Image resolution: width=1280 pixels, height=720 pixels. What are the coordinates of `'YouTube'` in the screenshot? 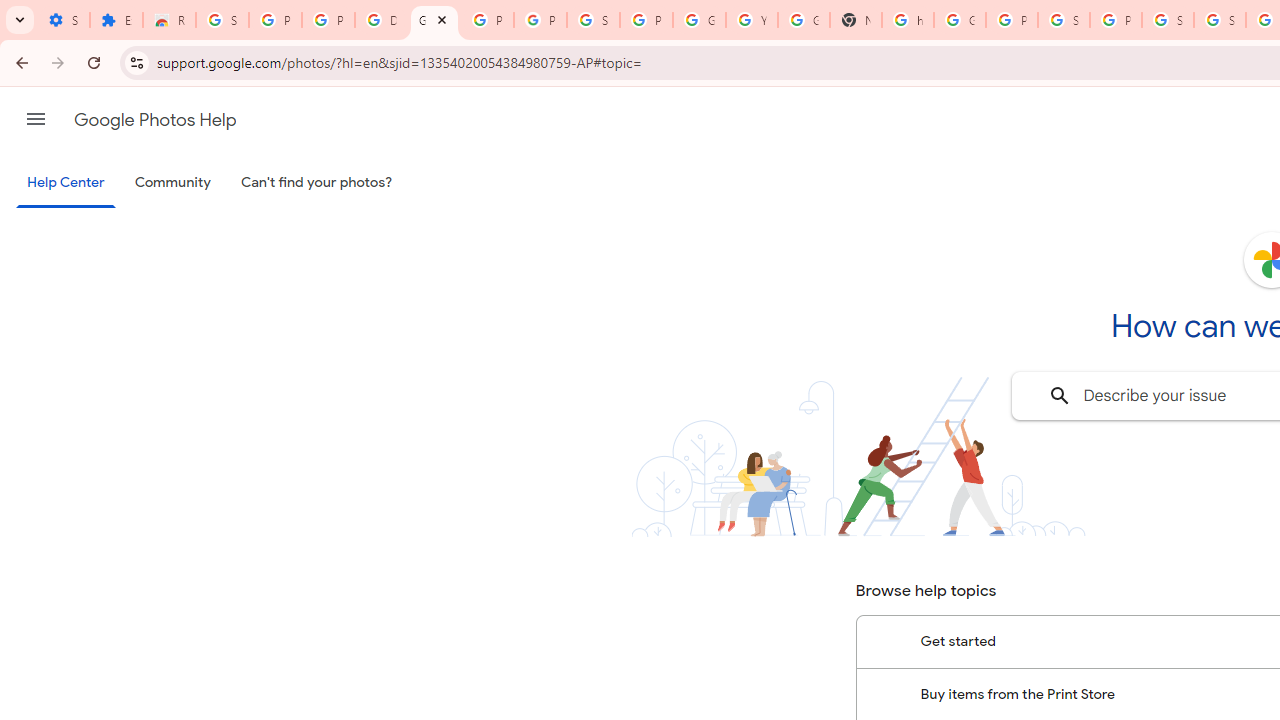 It's located at (751, 20).